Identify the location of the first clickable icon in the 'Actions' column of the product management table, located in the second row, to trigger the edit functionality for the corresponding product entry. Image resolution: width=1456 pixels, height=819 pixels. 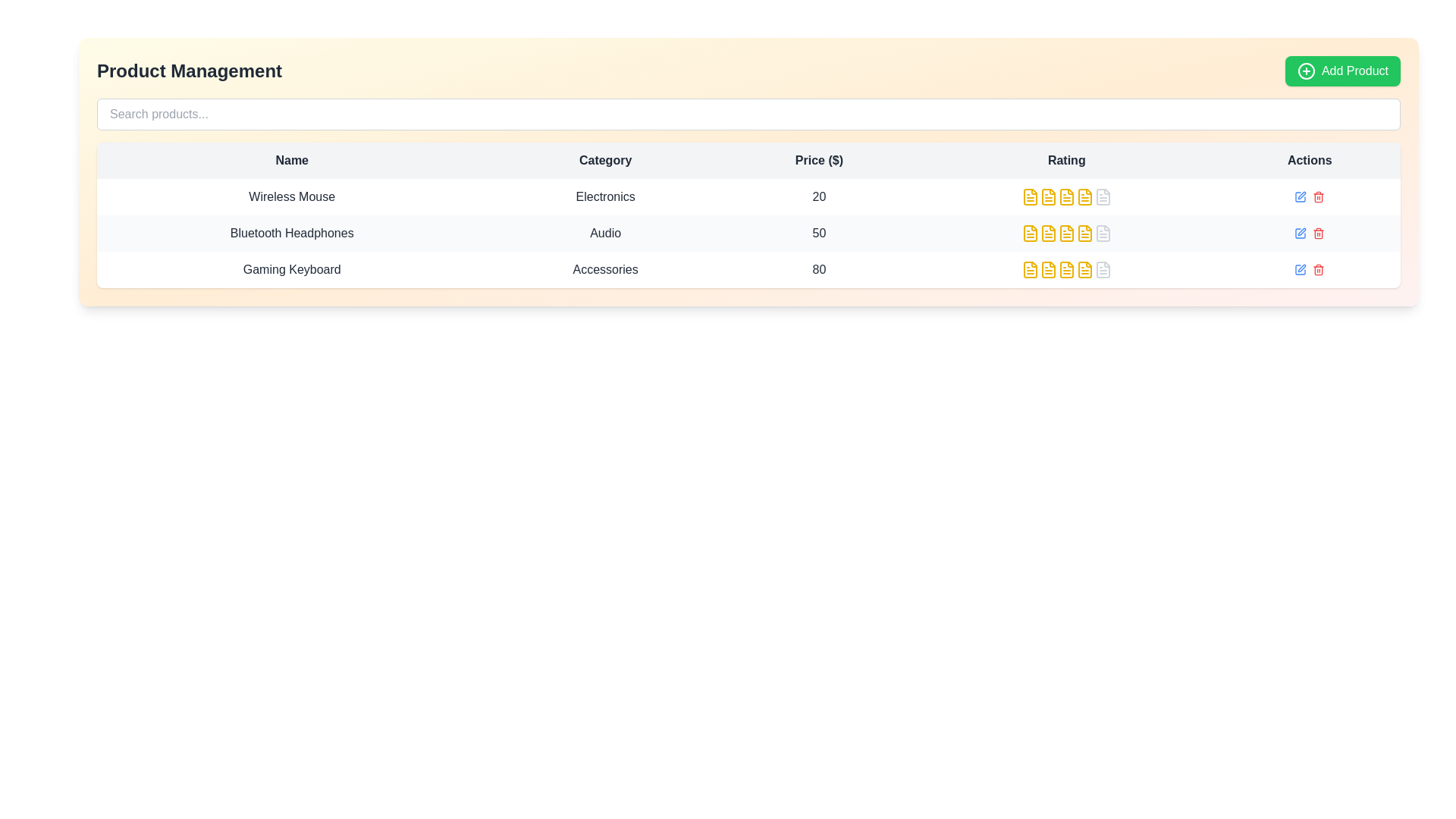
(1300, 234).